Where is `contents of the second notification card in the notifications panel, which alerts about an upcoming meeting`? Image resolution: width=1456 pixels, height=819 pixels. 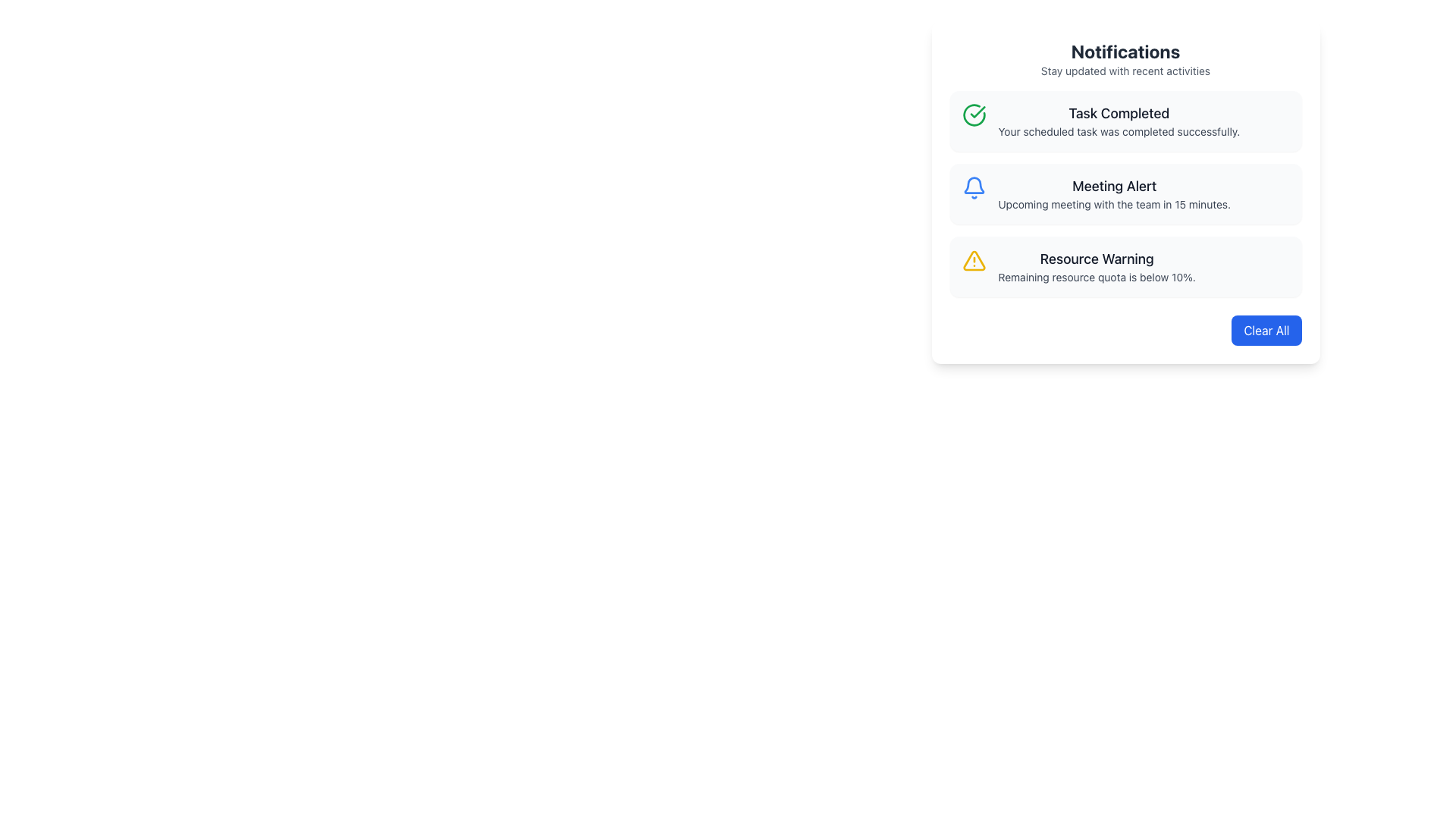
contents of the second notification card in the notifications panel, which alerts about an upcoming meeting is located at coordinates (1125, 193).